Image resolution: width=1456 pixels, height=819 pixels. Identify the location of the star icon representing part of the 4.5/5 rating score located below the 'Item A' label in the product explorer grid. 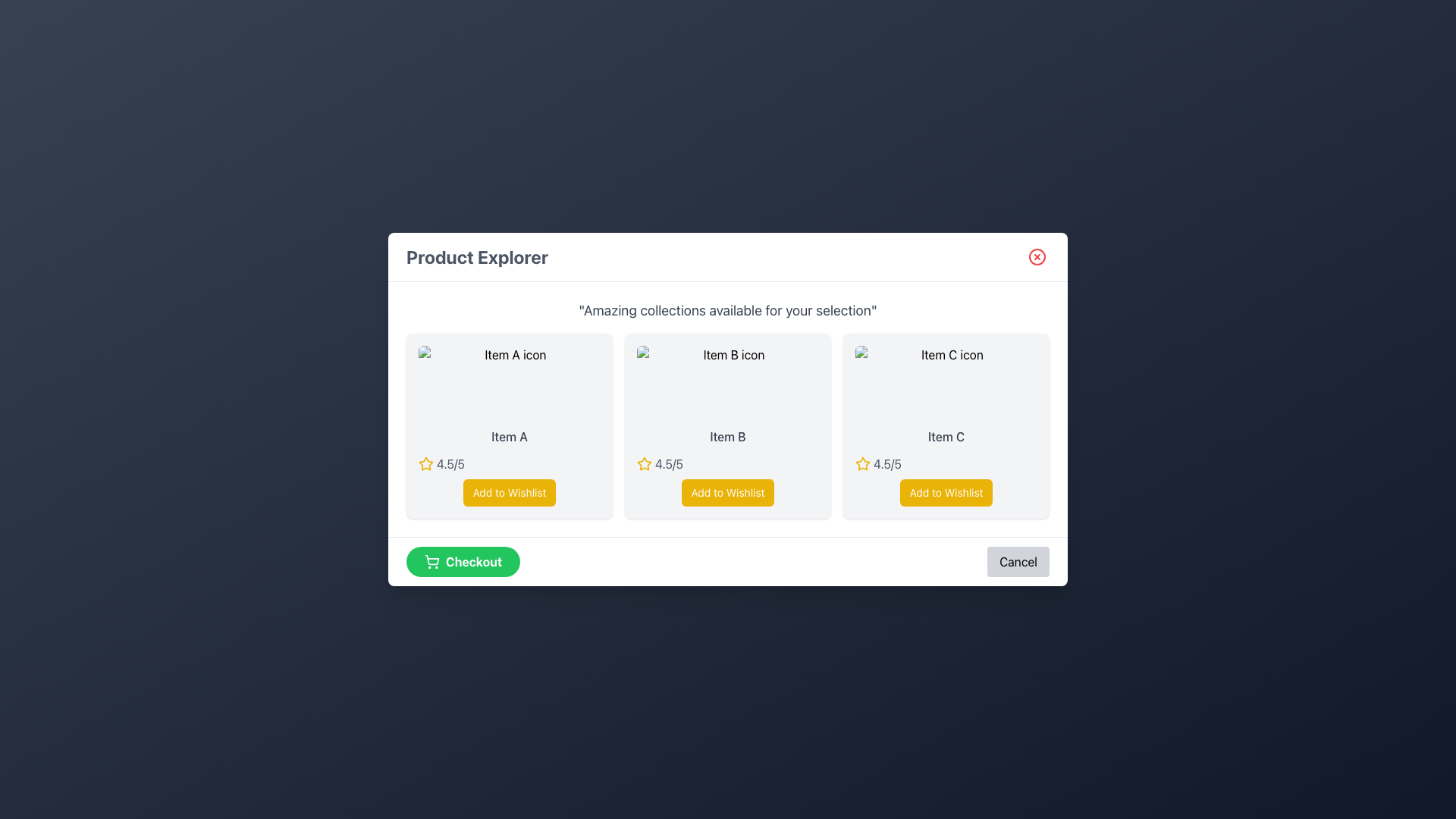
(425, 463).